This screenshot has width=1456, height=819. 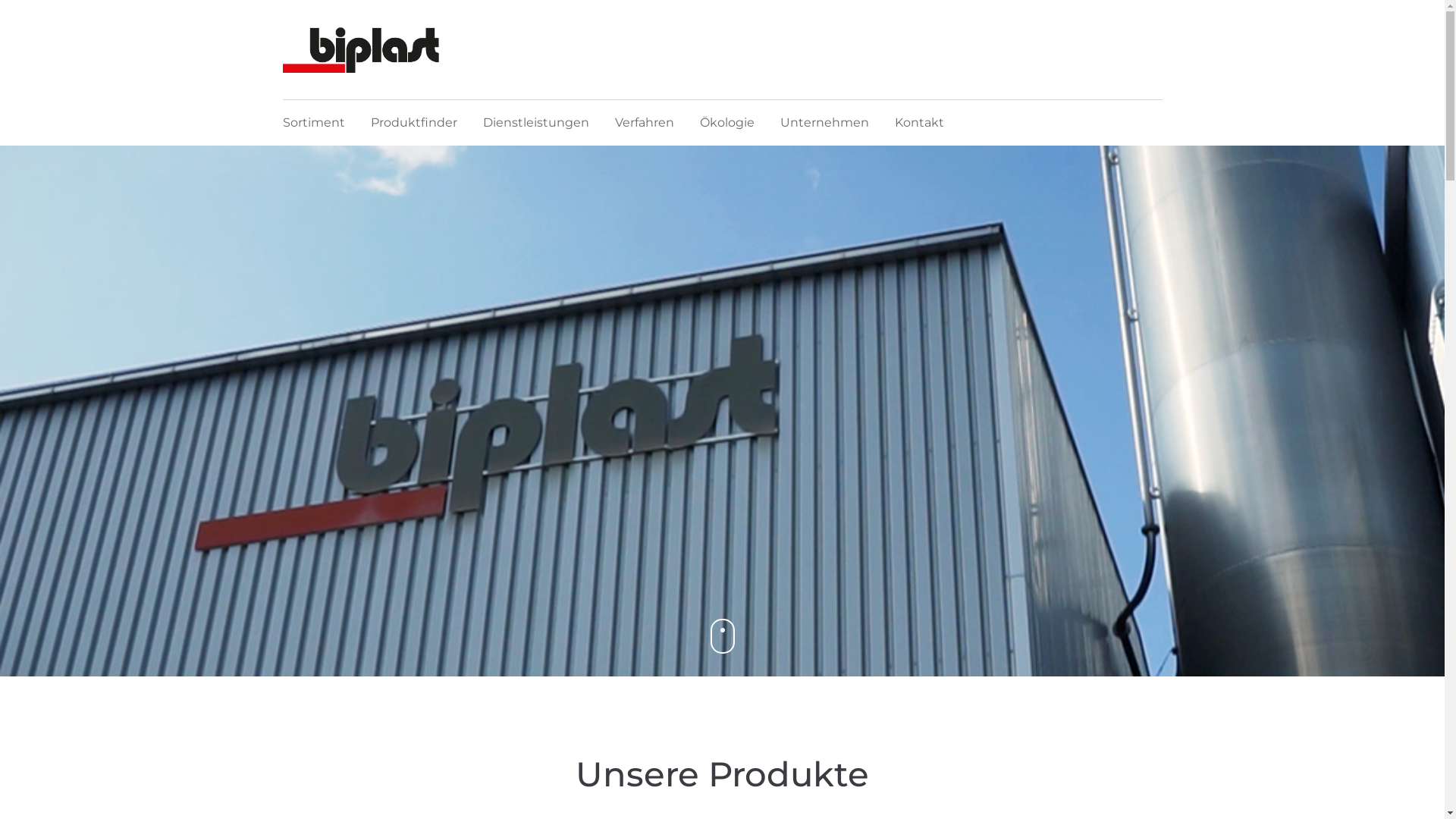 What do you see at coordinates (413, 122) in the screenshot?
I see `'Produktfinder'` at bounding box center [413, 122].